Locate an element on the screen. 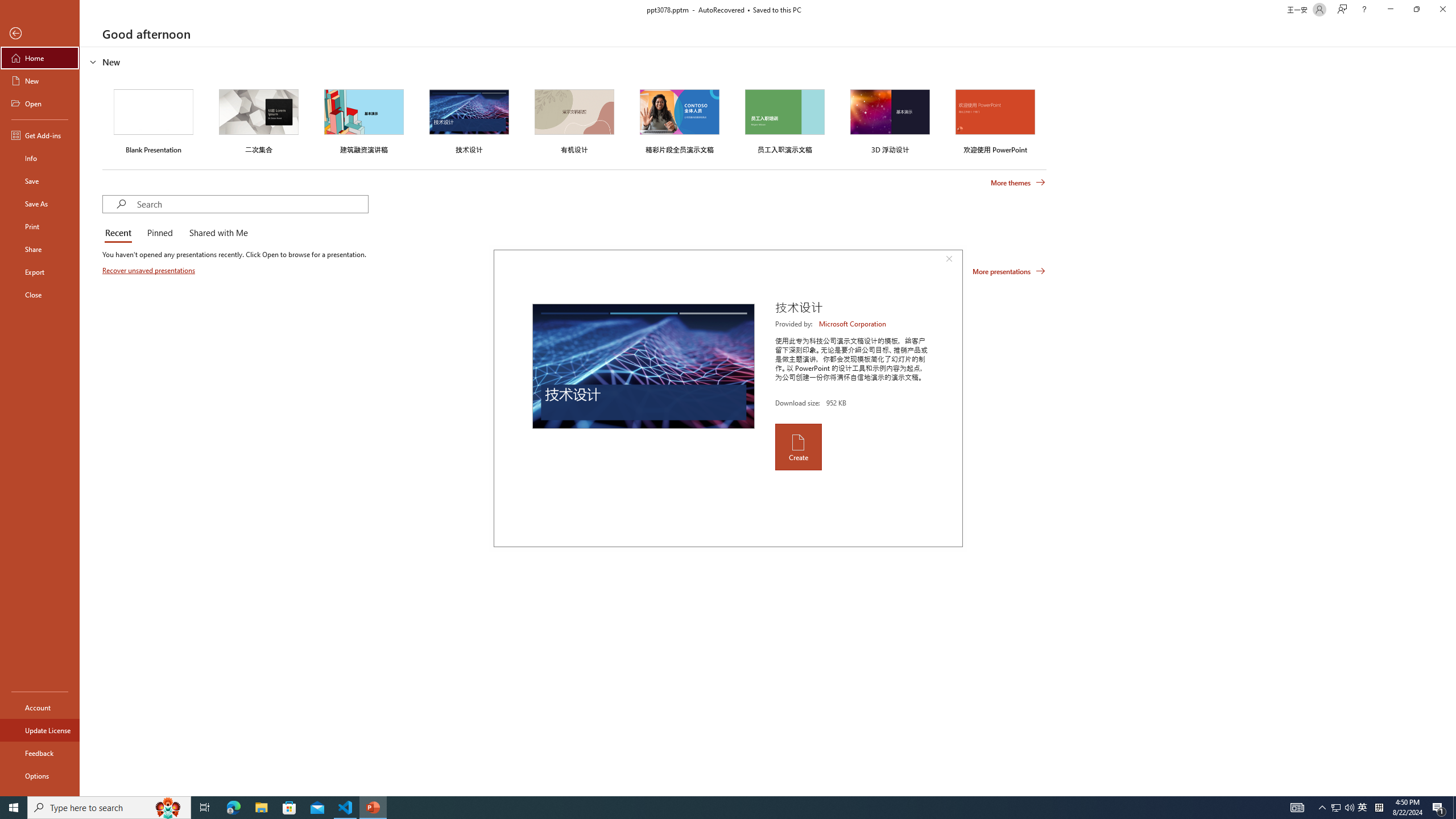 The image size is (1456, 819). 'More presentations' is located at coordinates (1008, 270).